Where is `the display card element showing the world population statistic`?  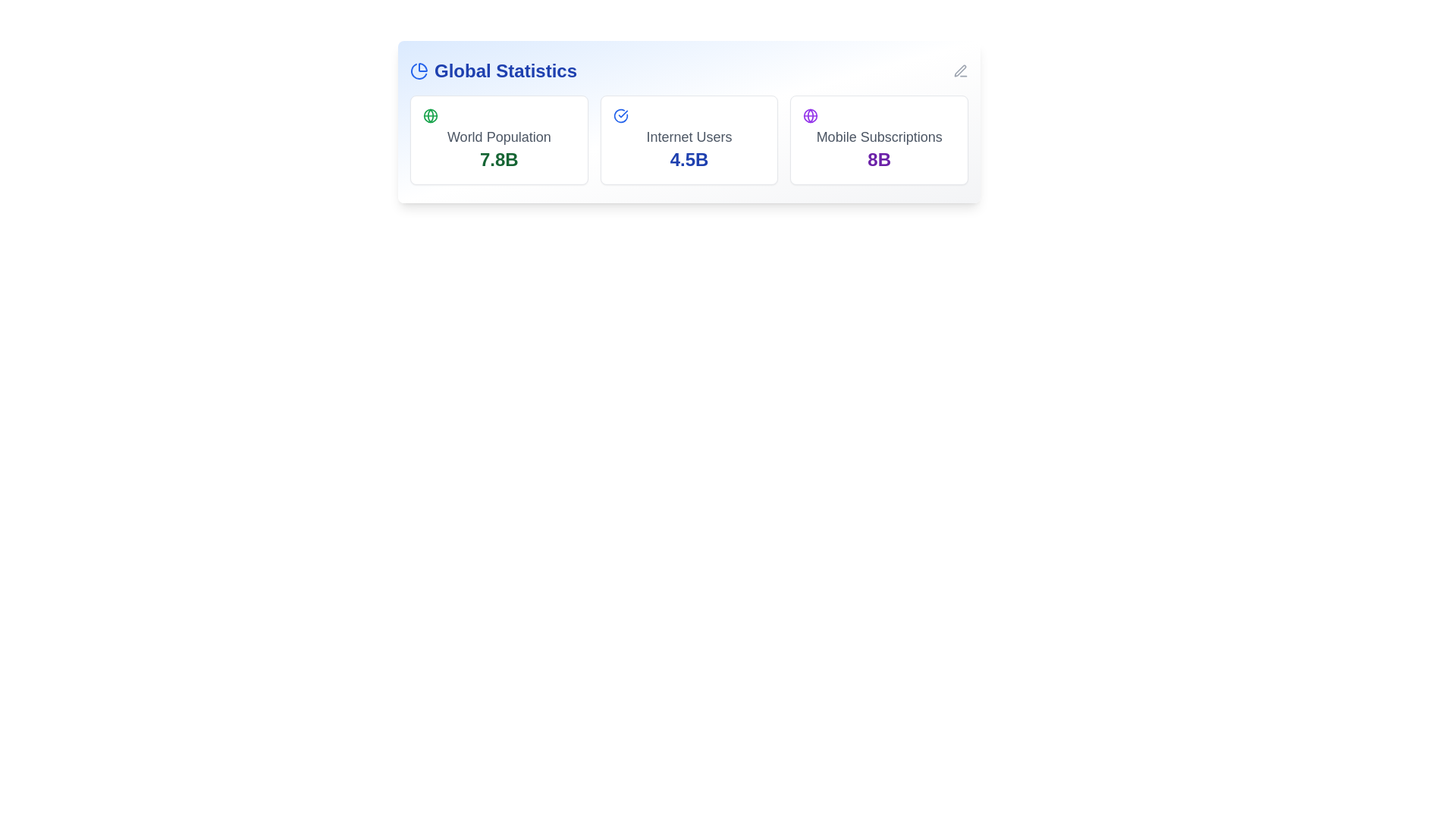
the display card element showing the world population statistic is located at coordinates (499, 140).